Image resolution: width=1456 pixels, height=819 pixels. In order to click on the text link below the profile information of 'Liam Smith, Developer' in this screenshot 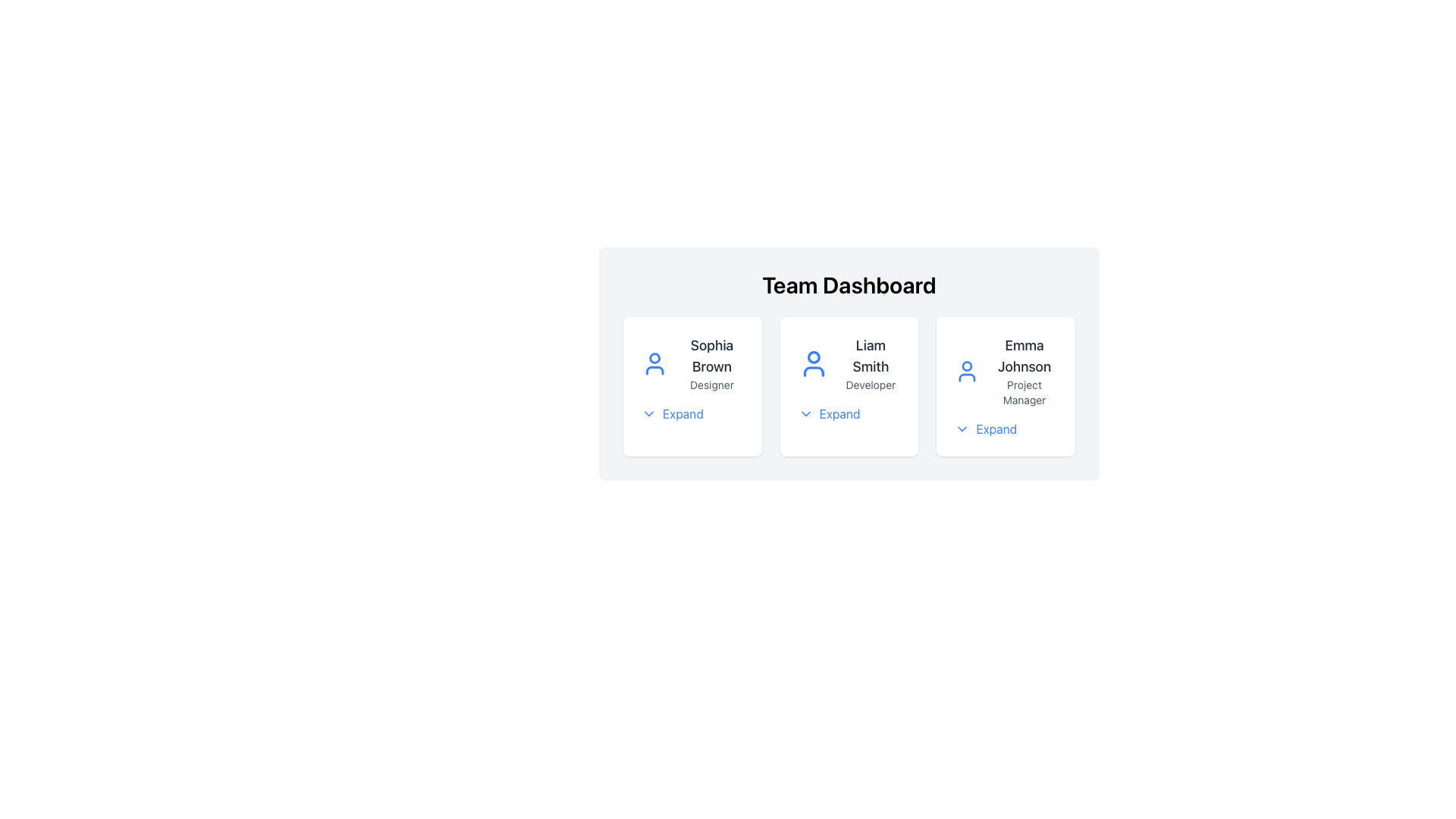, I will do `click(839, 414)`.